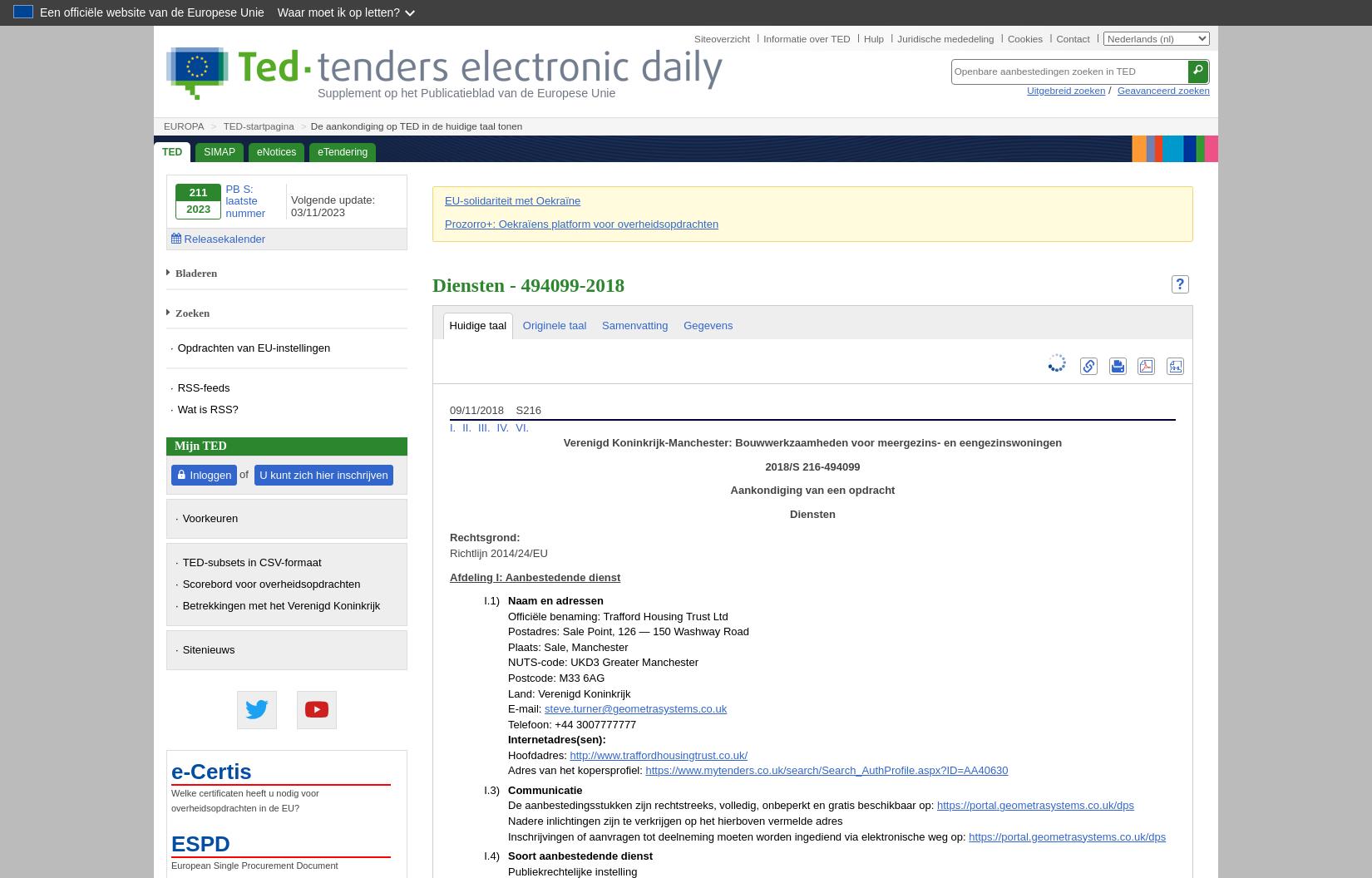  I want to click on 'Varianten worden geaccepteerd: neen', so click(506, 447).